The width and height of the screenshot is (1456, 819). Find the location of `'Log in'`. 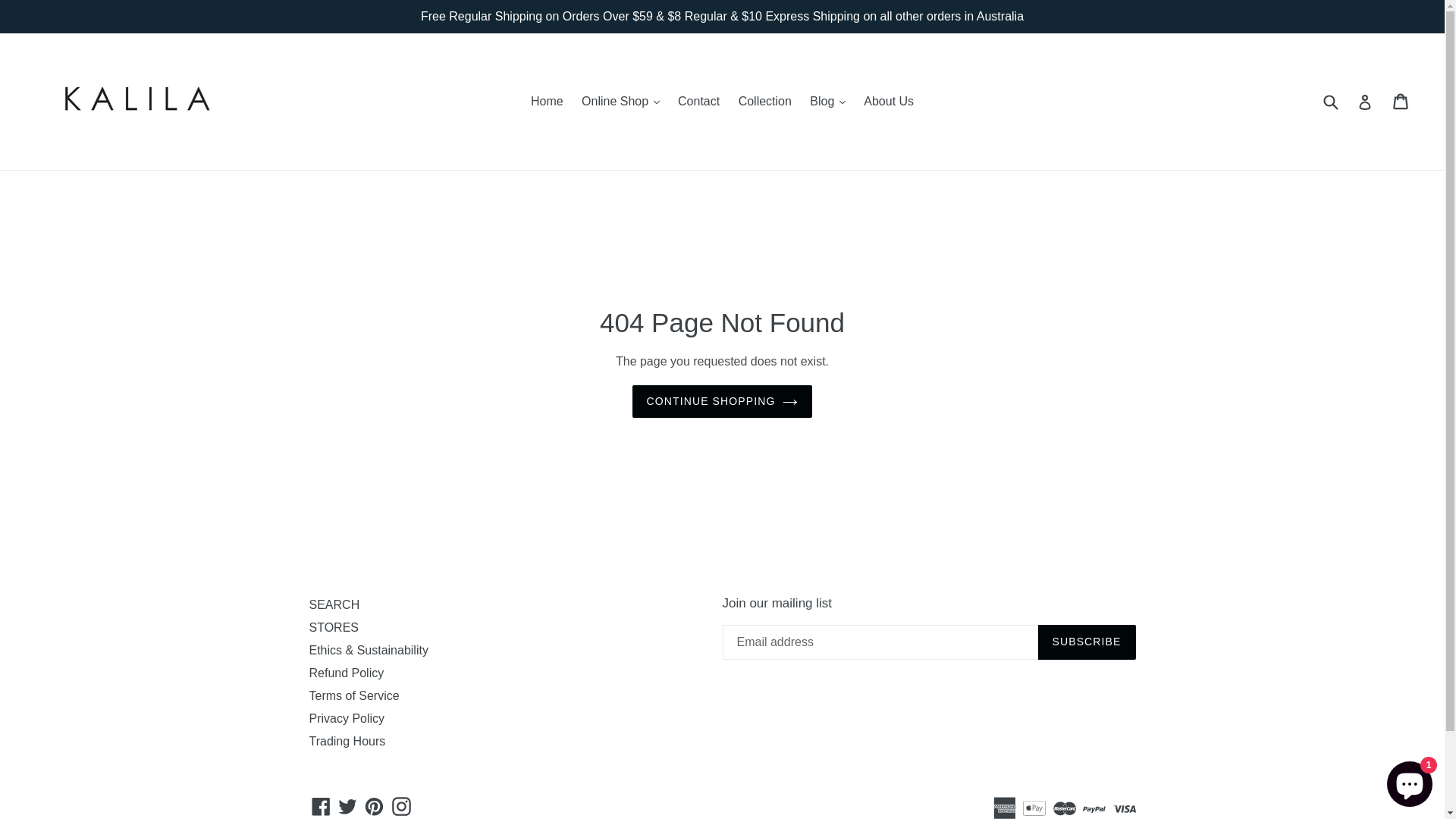

'Log in' is located at coordinates (1365, 102).